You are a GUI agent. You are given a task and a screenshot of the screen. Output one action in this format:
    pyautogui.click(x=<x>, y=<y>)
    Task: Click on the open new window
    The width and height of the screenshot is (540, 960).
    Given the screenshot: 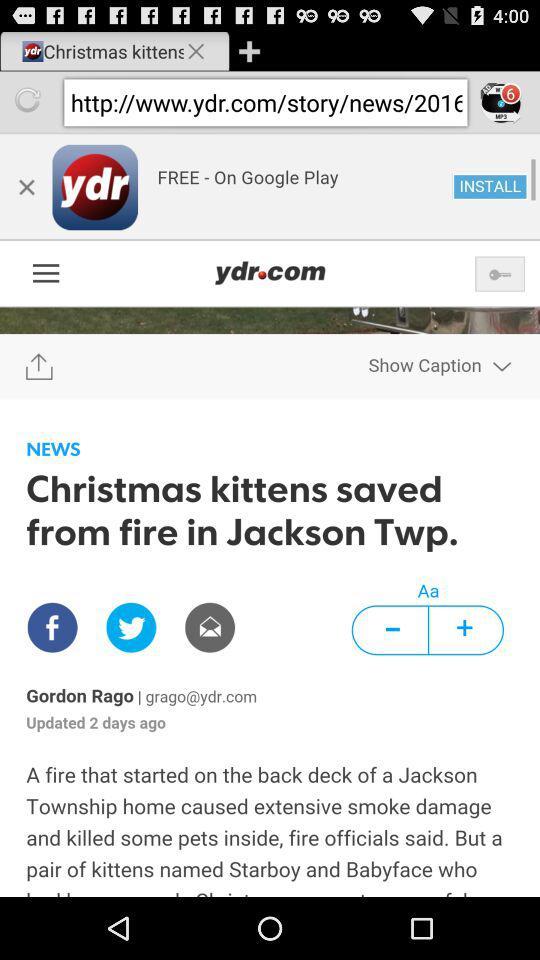 What is the action you would take?
    pyautogui.click(x=249, y=50)
    